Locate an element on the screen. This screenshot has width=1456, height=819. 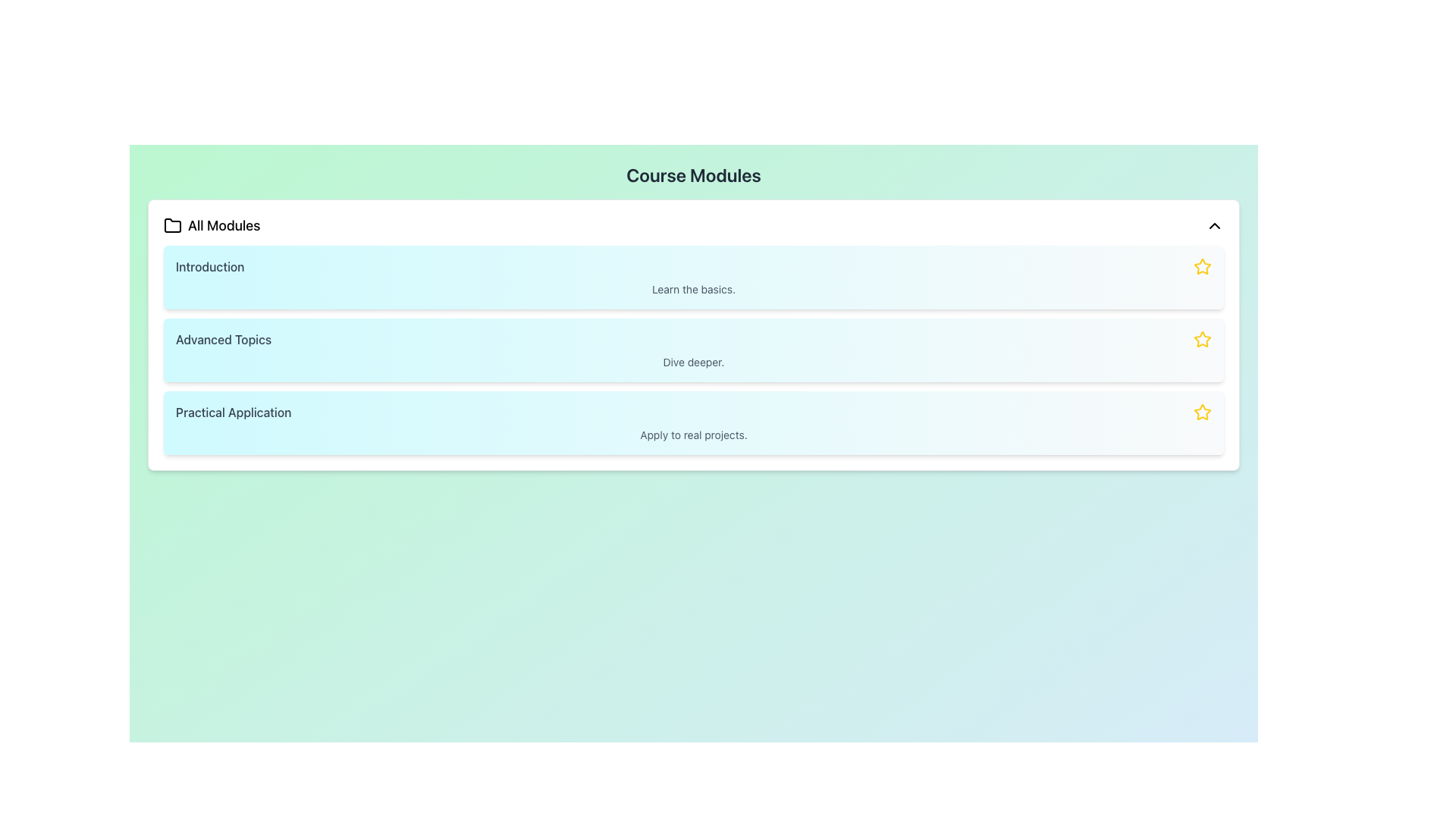
the text label 'Learn the basics.' located below the title 'Introduction' in the first course module card is located at coordinates (693, 289).